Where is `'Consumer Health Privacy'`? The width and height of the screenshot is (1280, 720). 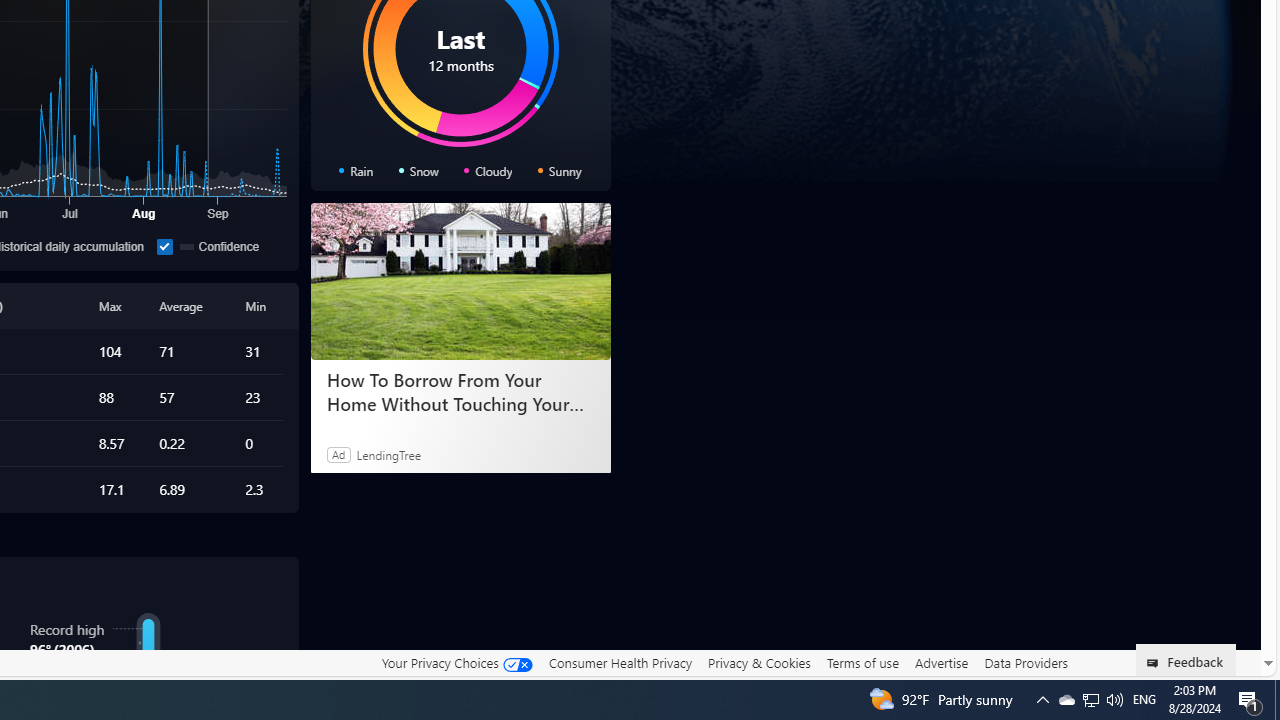 'Consumer Health Privacy' is located at coordinates (619, 662).